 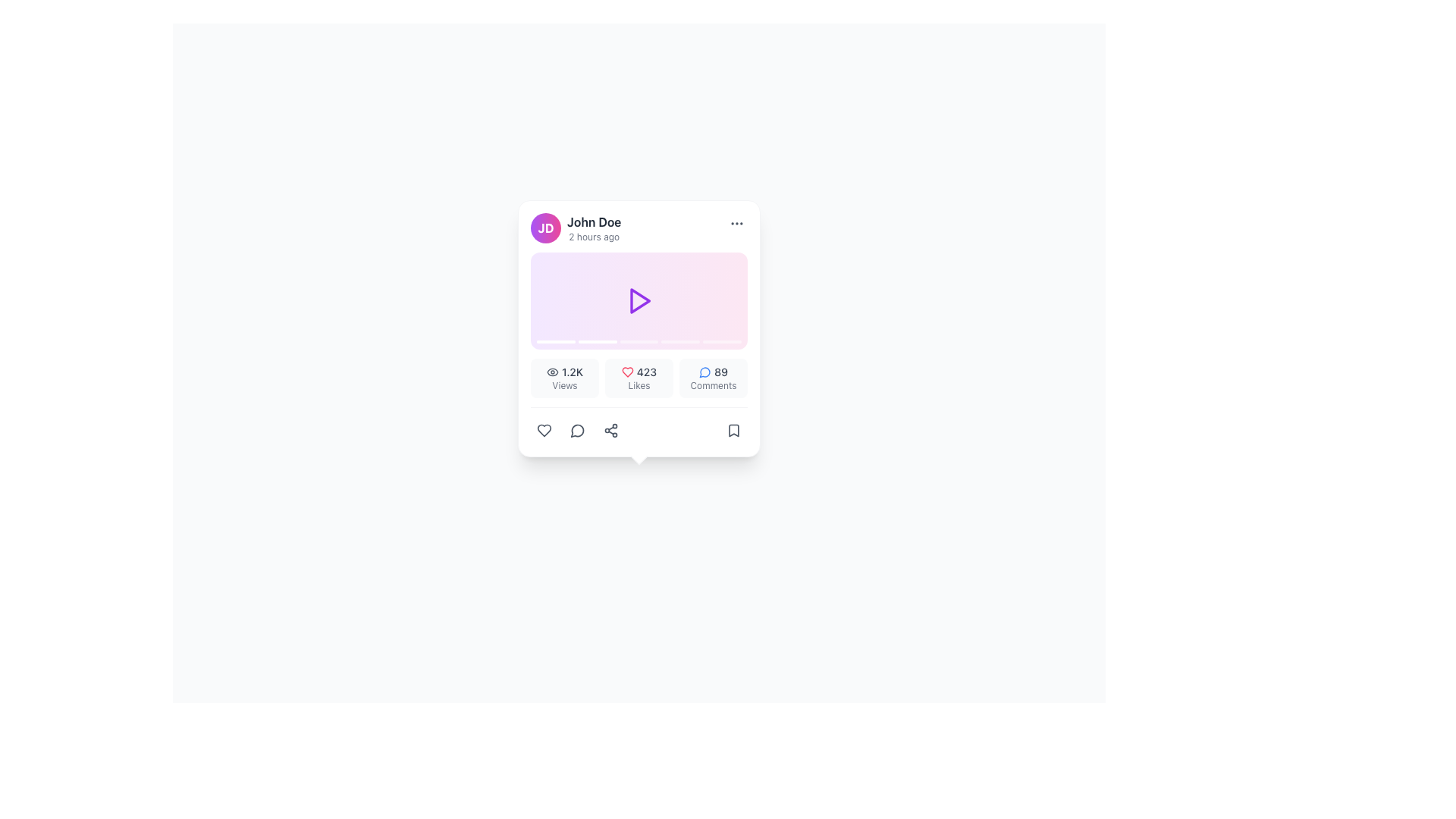 What do you see at coordinates (597, 342) in the screenshot?
I see `the second segment of the progress bar, which is a static visual segment indicating a portion of completion` at bounding box center [597, 342].